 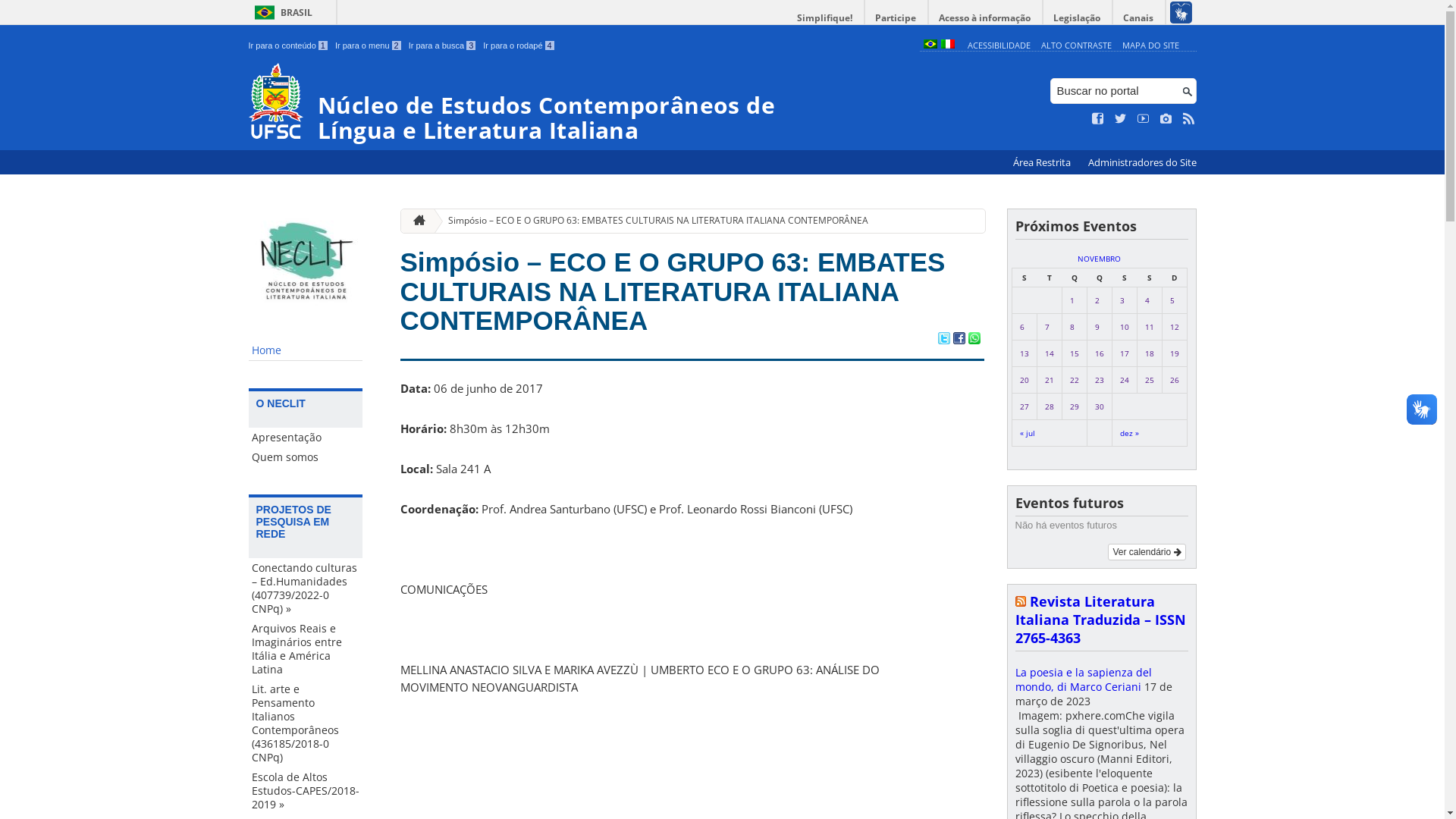 I want to click on '29', so click(x=1073, y=406).